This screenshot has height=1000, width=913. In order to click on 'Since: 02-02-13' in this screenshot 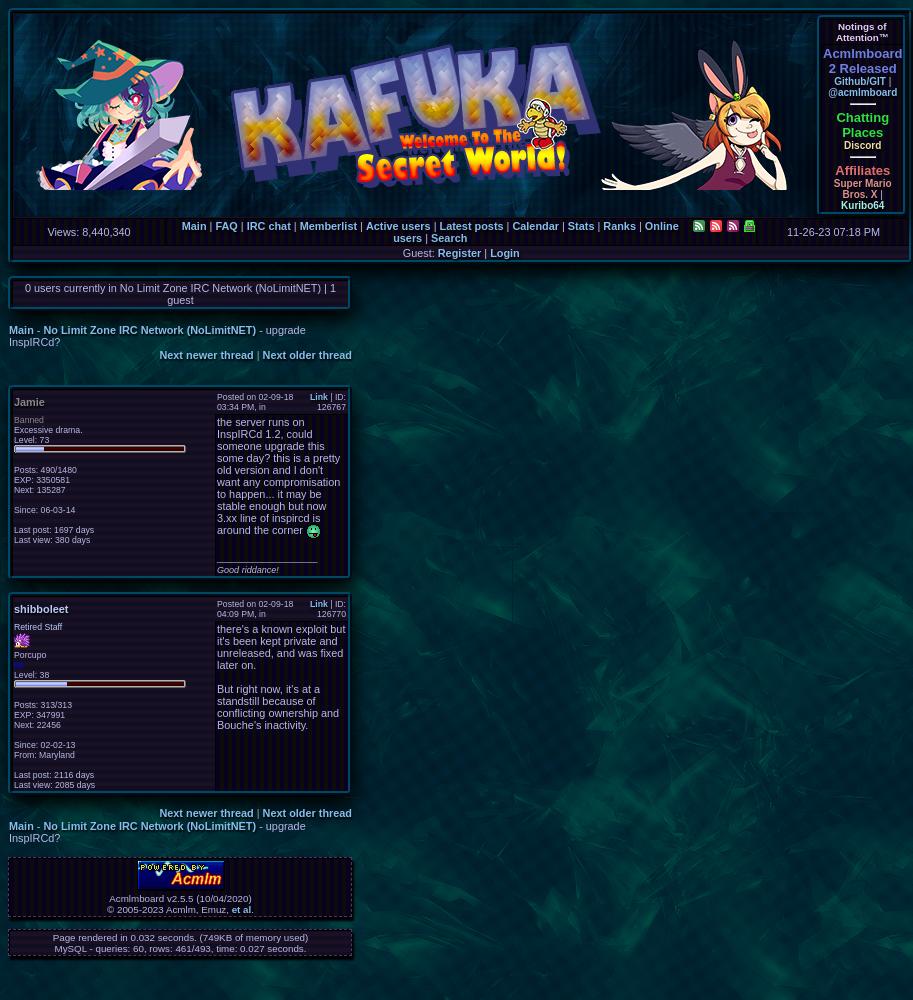, I will do `click(43, 744)`.